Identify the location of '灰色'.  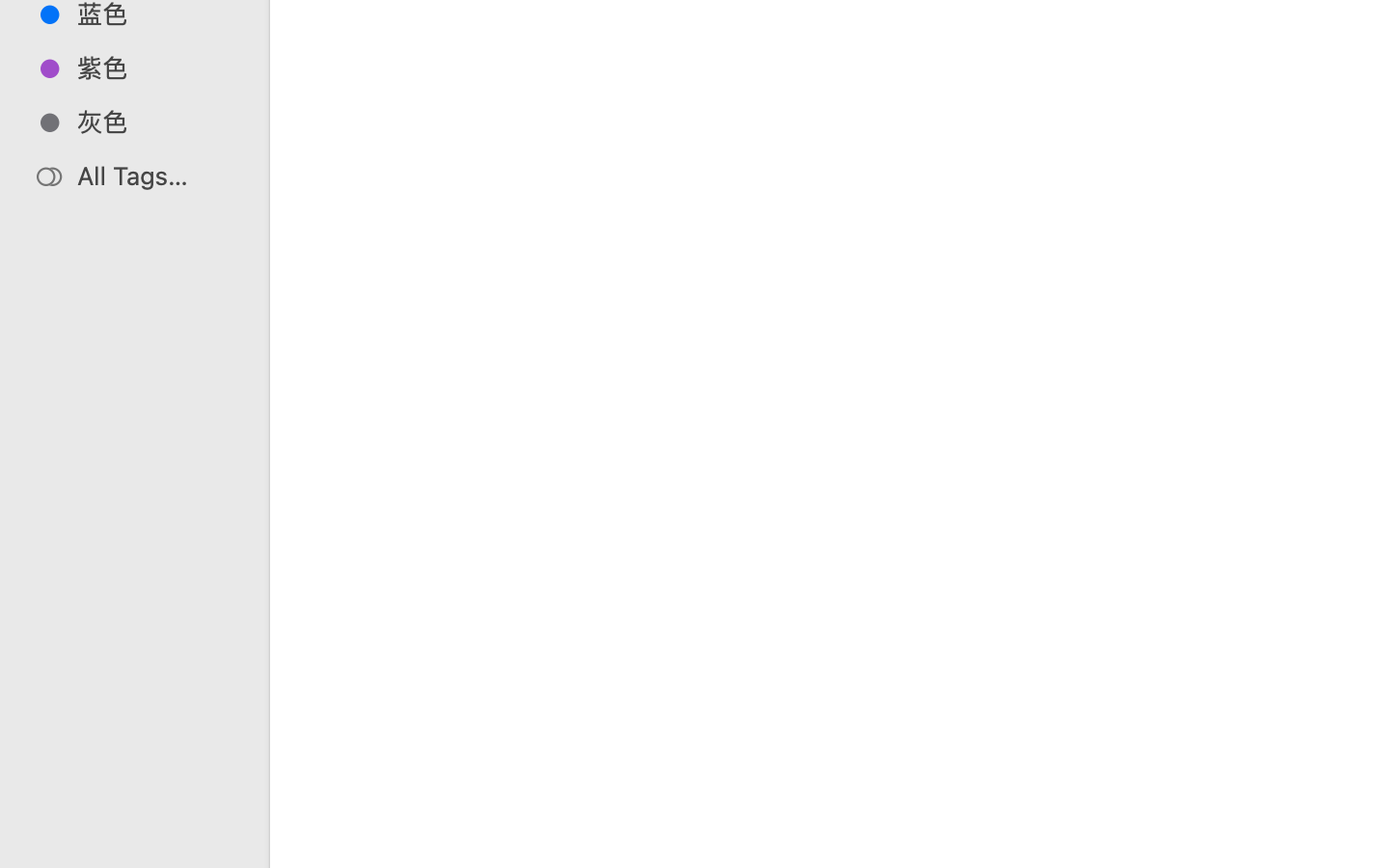
(153, 122).